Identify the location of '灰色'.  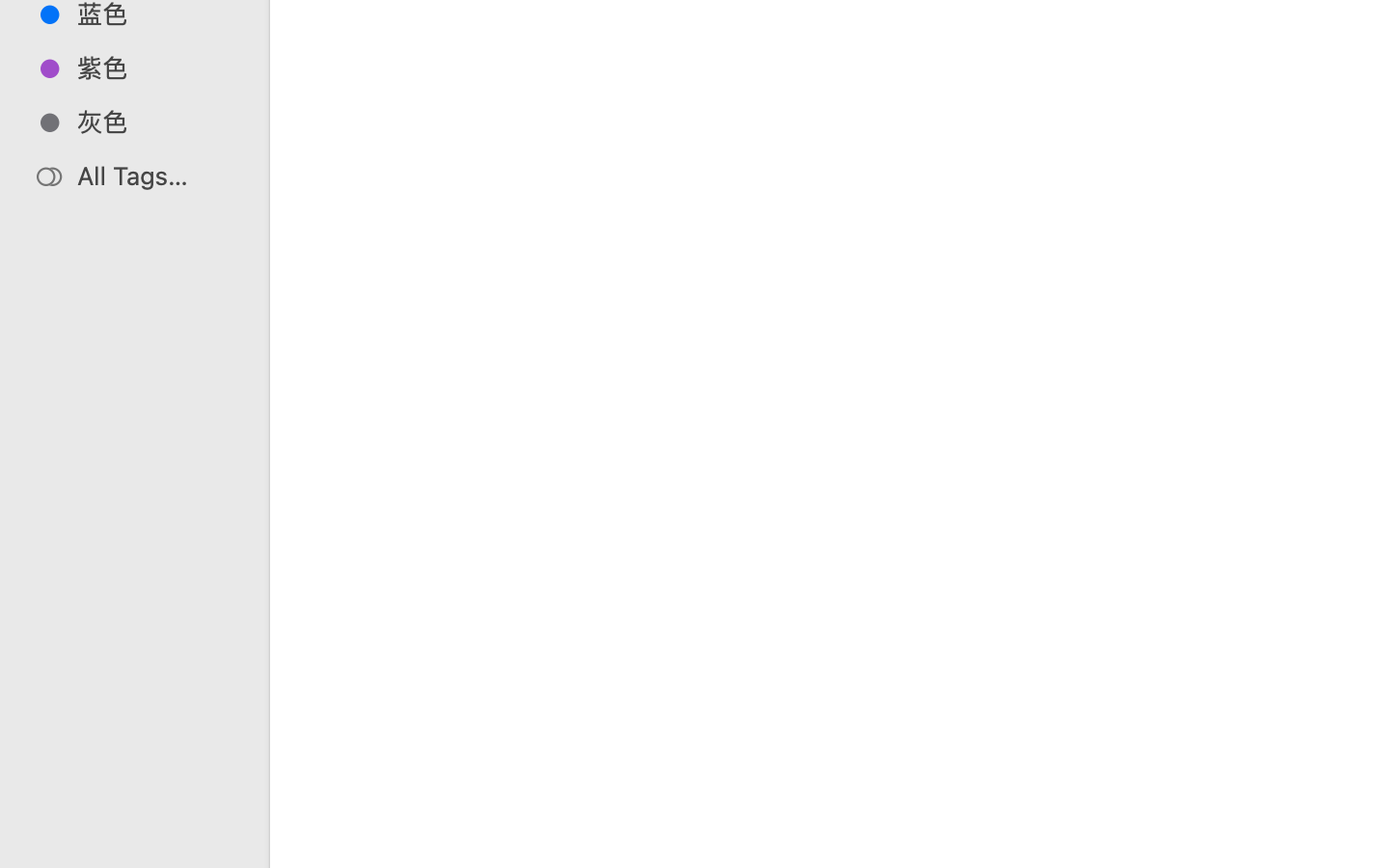
(153, 122).